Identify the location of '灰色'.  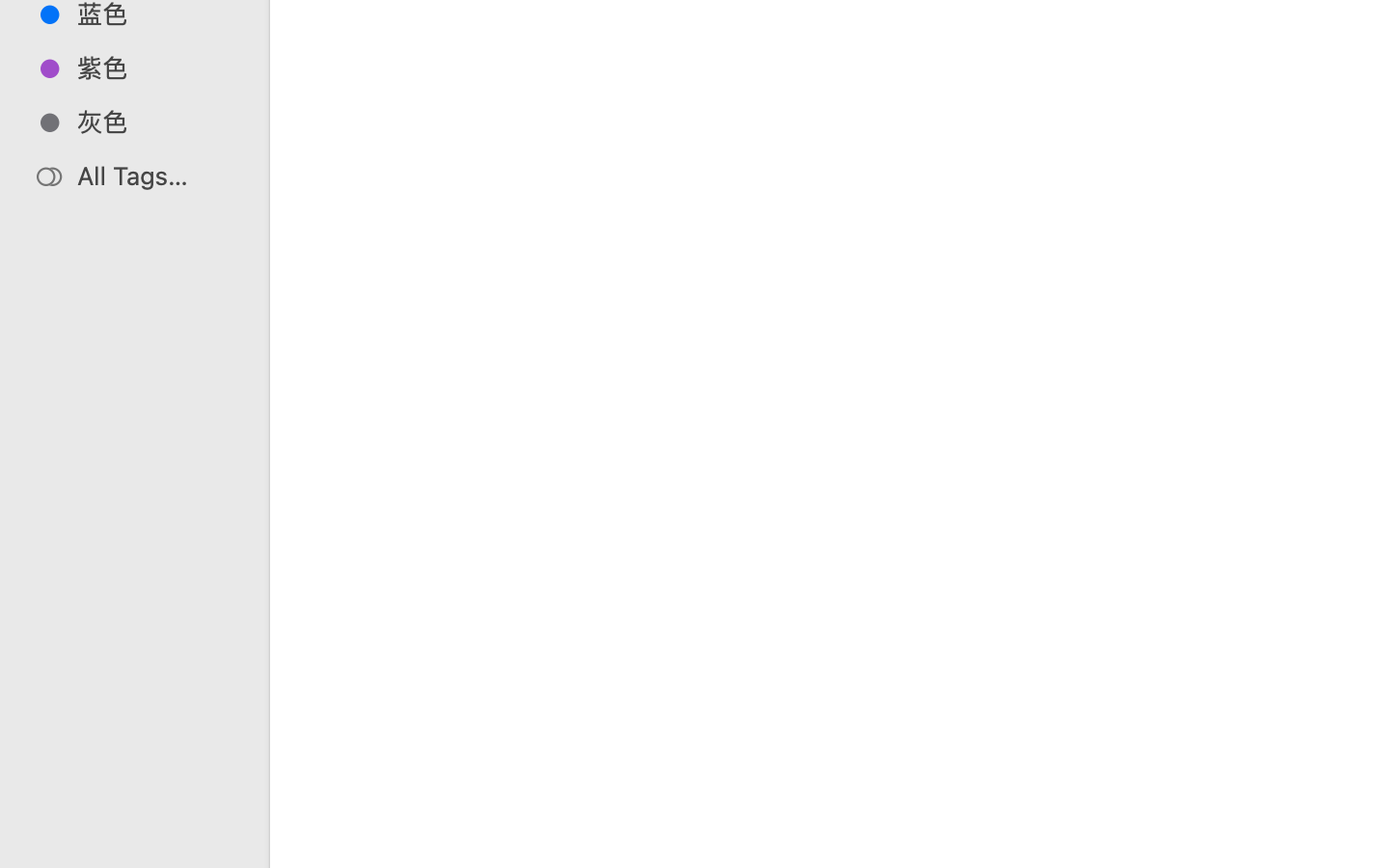
(153, 122).